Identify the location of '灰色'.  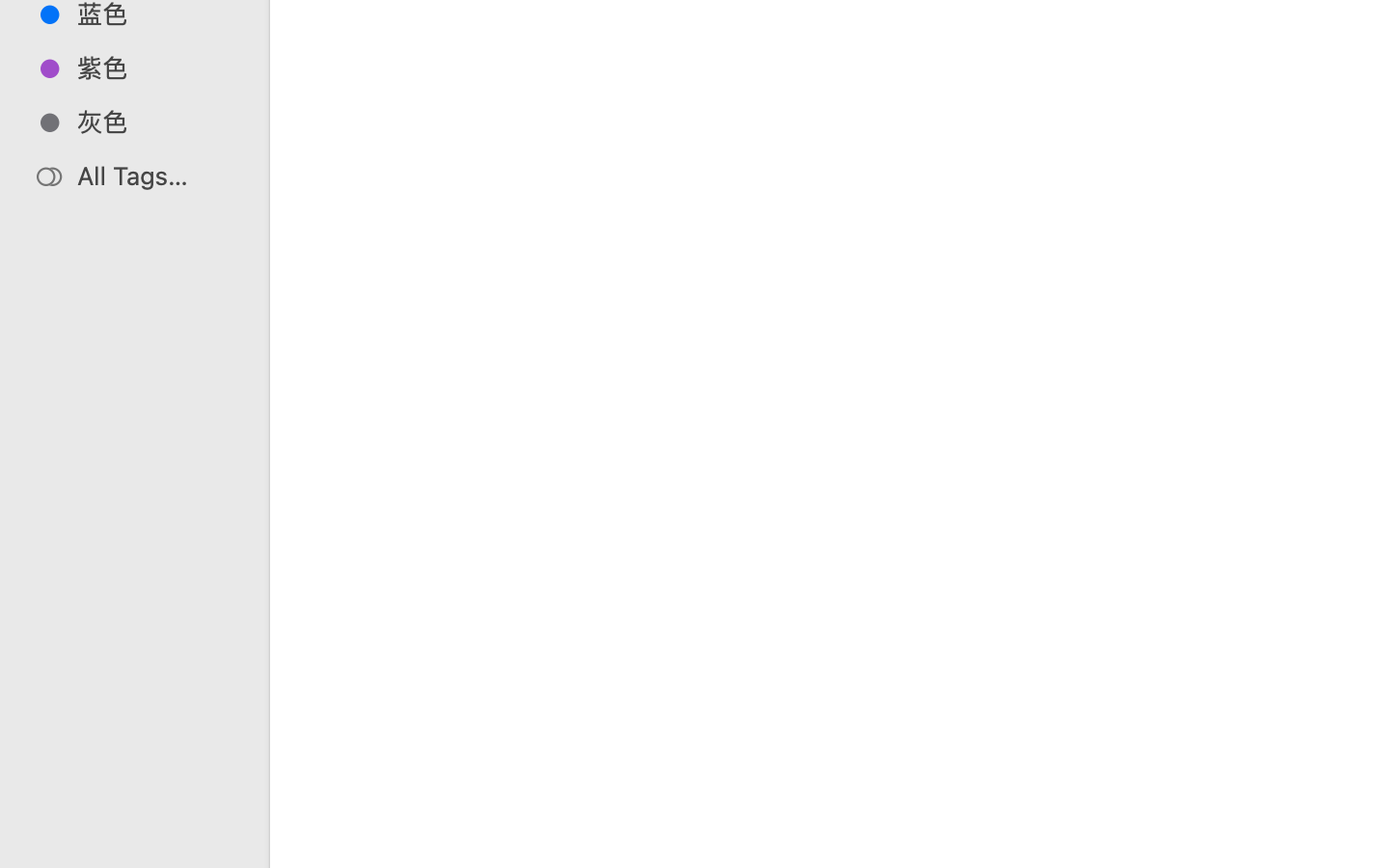
(153, 122).